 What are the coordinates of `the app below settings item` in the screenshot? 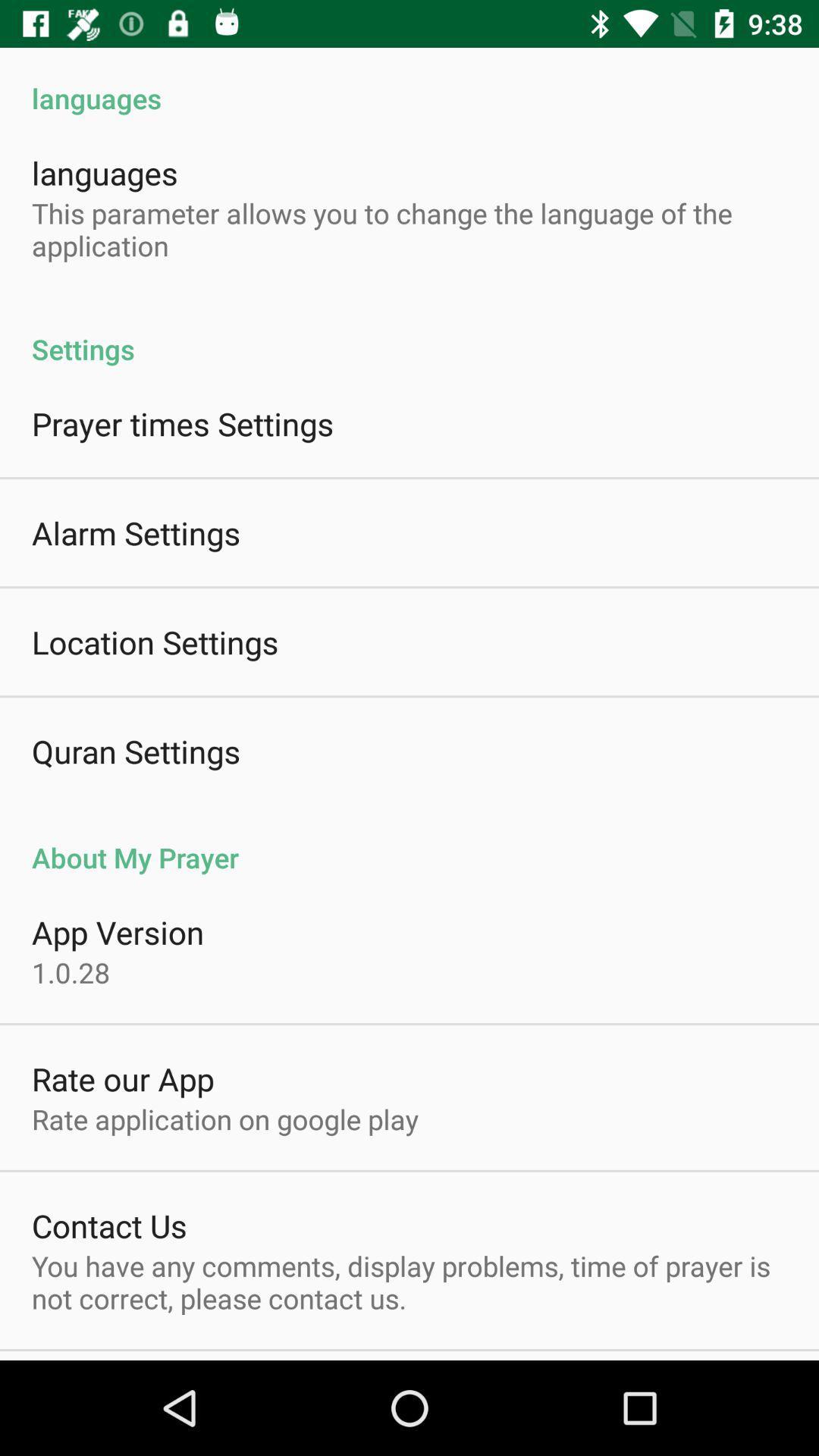 It's located at (182, 423).